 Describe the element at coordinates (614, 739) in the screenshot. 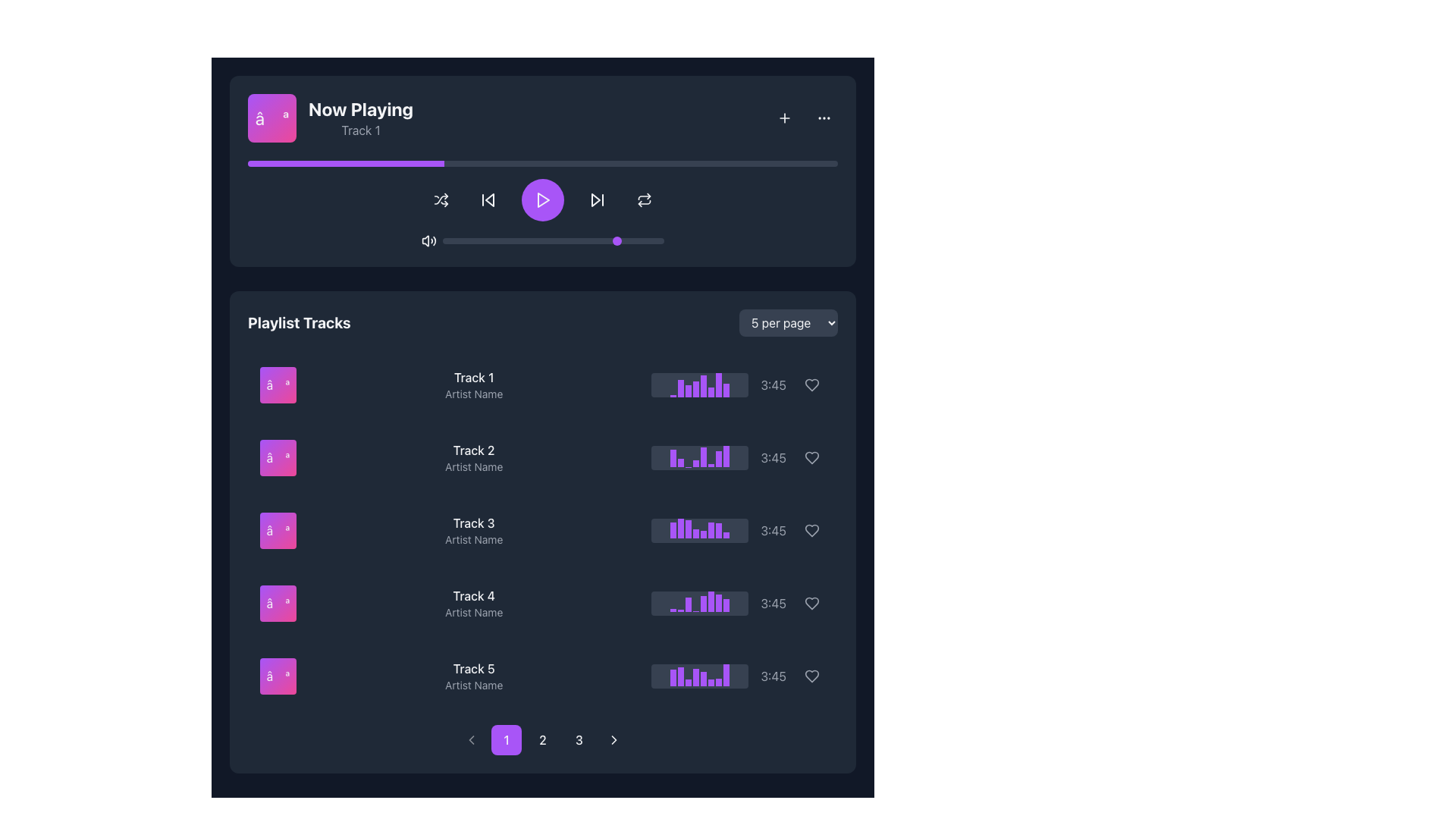

I see `the 'Next Page' button located at the bottom-right corner of the pagination control to change its appearance` at that location.